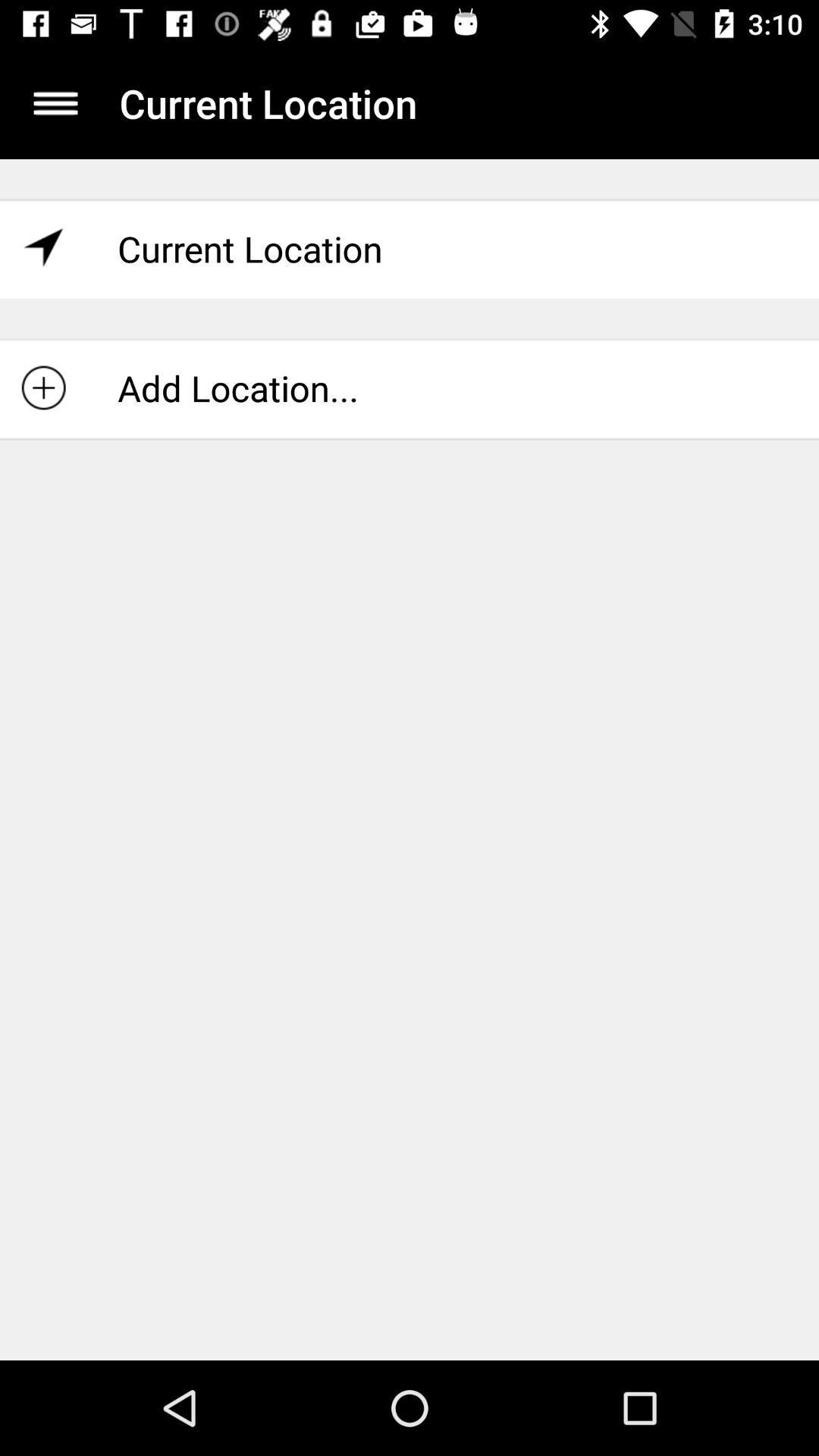 The image size is (819, 1456). What do you see at coordinates (55, 102) in the screenshot?
I see `menu list` at bounding box center [55, 102].